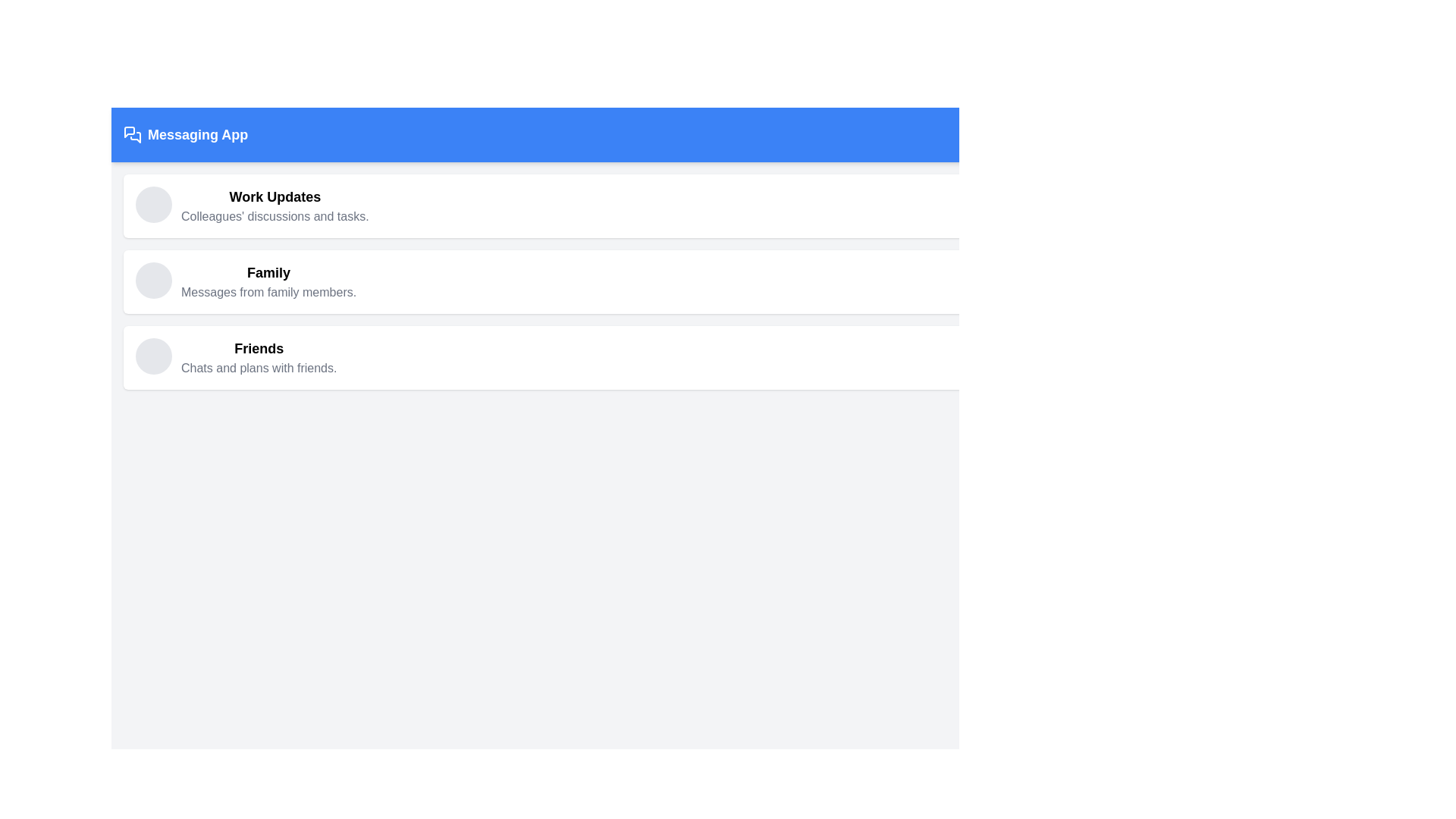 Image resolution: width=1456 pixels, height=819 pixels. What do you see at coordinates (268, 281) in the screenshot?
I see `the 'Family' text block that provides a category label and description about messages from family members` at bounding box center [268, 281].